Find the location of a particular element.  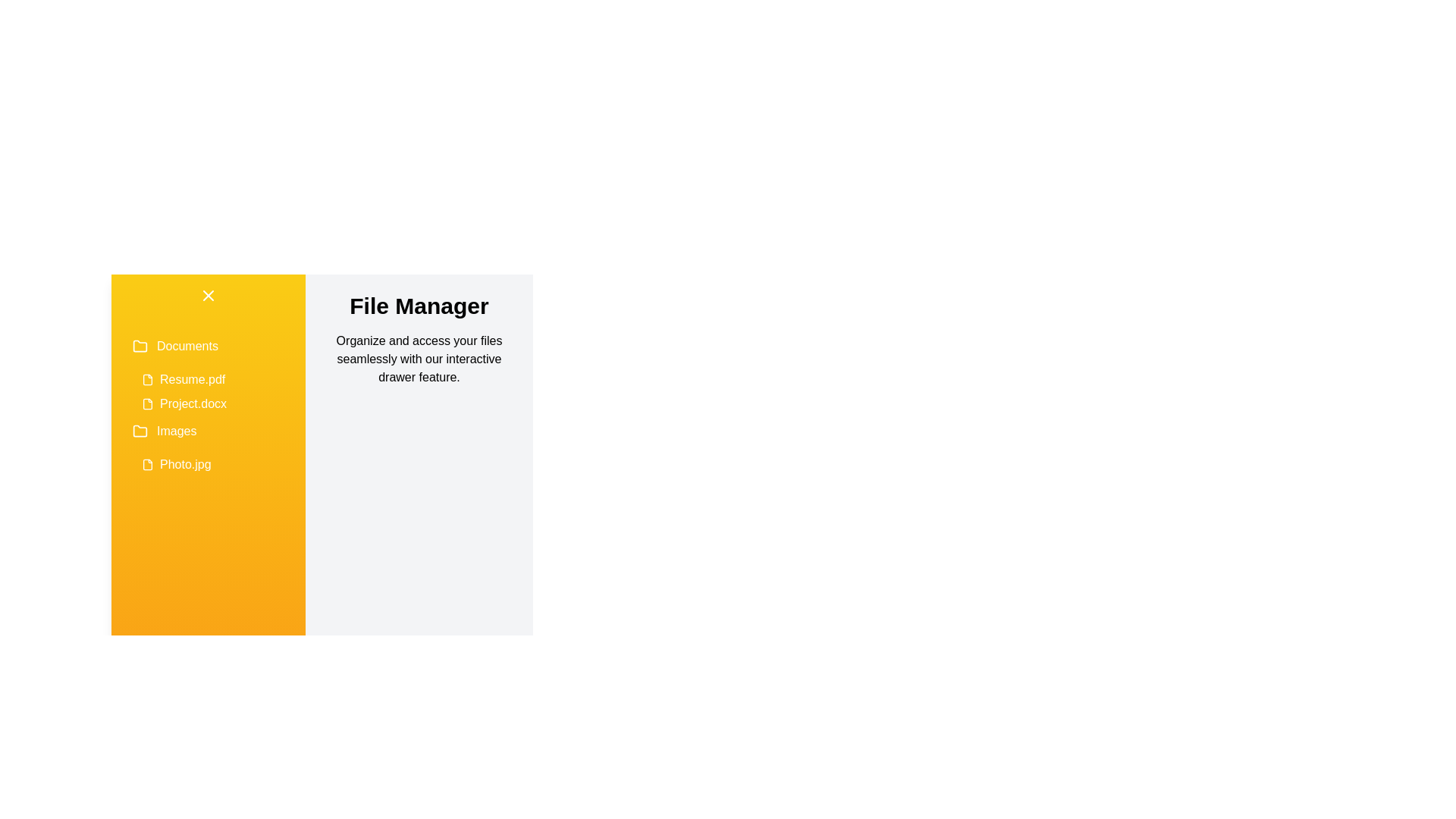

the folder named Images to expand or collapse its contents is located at coordinates (207, 431).